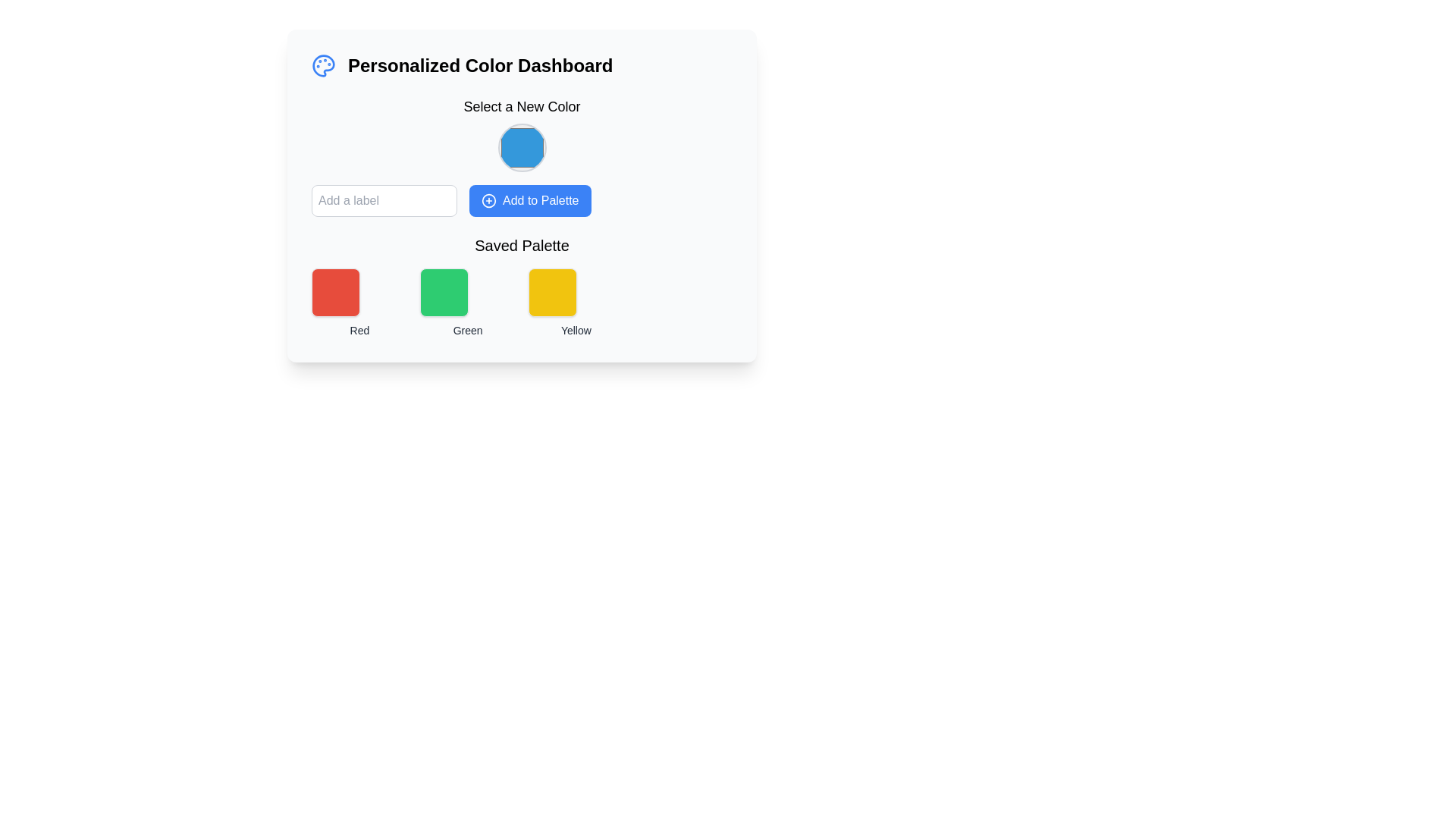 This screenshot has height=819, width=1456. What do you see at coordinates (488, 200) in the screenshot?
I see `circular '+' icon within the 'Add to Palette' button for further details` at bounding box center [488, 200].